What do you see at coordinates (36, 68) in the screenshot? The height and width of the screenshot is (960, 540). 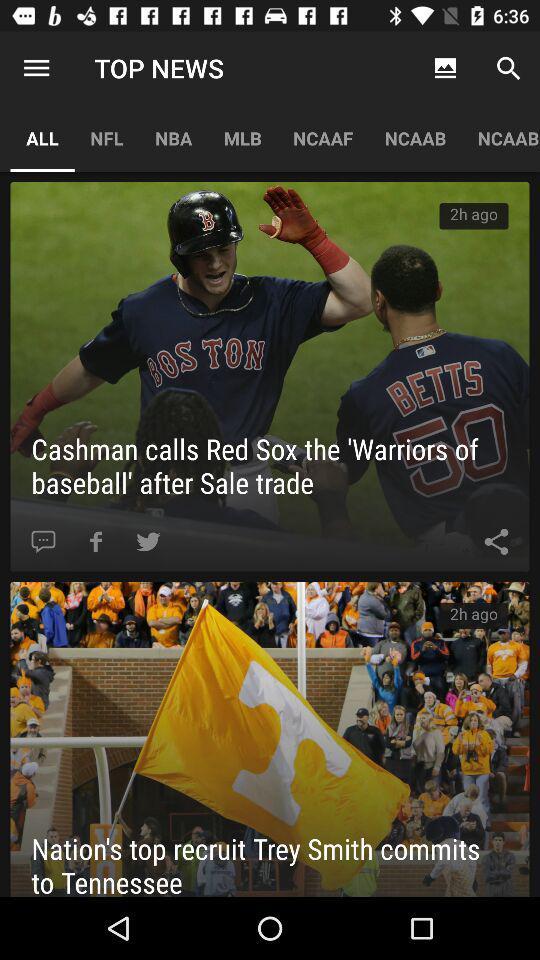 I see `the item to the left of the nfl icon` at bounding box center [36, 68].